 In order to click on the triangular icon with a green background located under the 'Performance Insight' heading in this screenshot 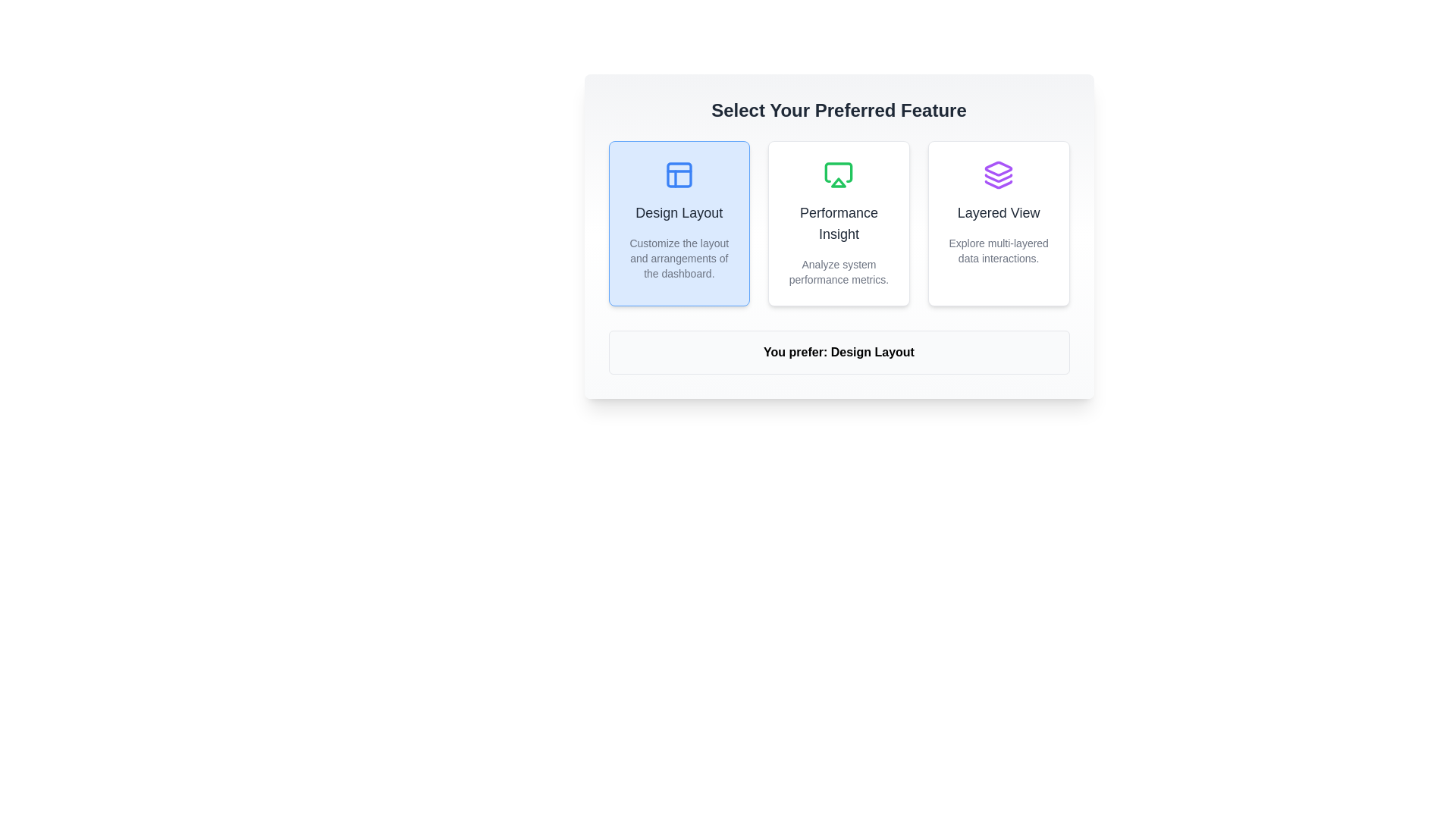, I will do `click(838, 181)`.